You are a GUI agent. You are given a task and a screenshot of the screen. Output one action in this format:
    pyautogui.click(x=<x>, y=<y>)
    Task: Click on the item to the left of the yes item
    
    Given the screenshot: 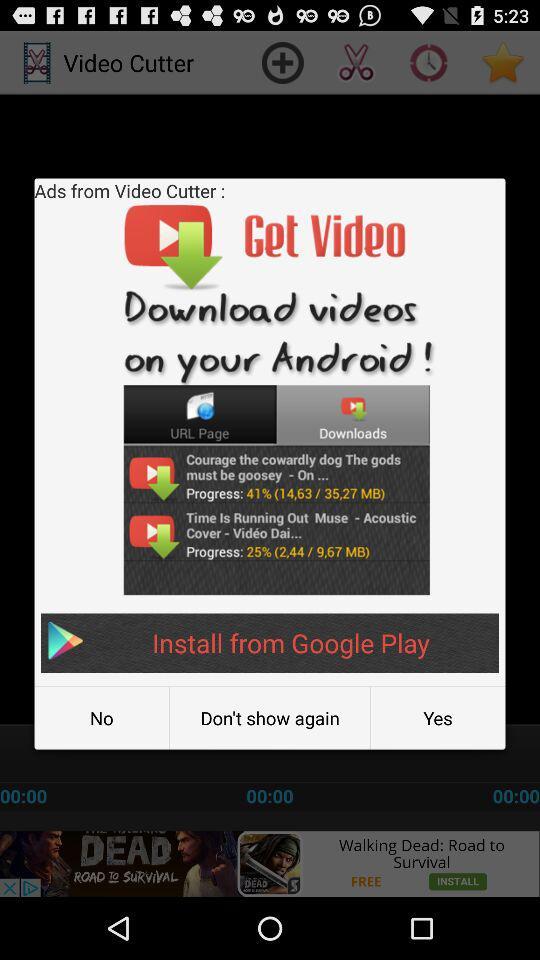 What is the action you would take?
    pyautogui.click(x=270, y=718)
    